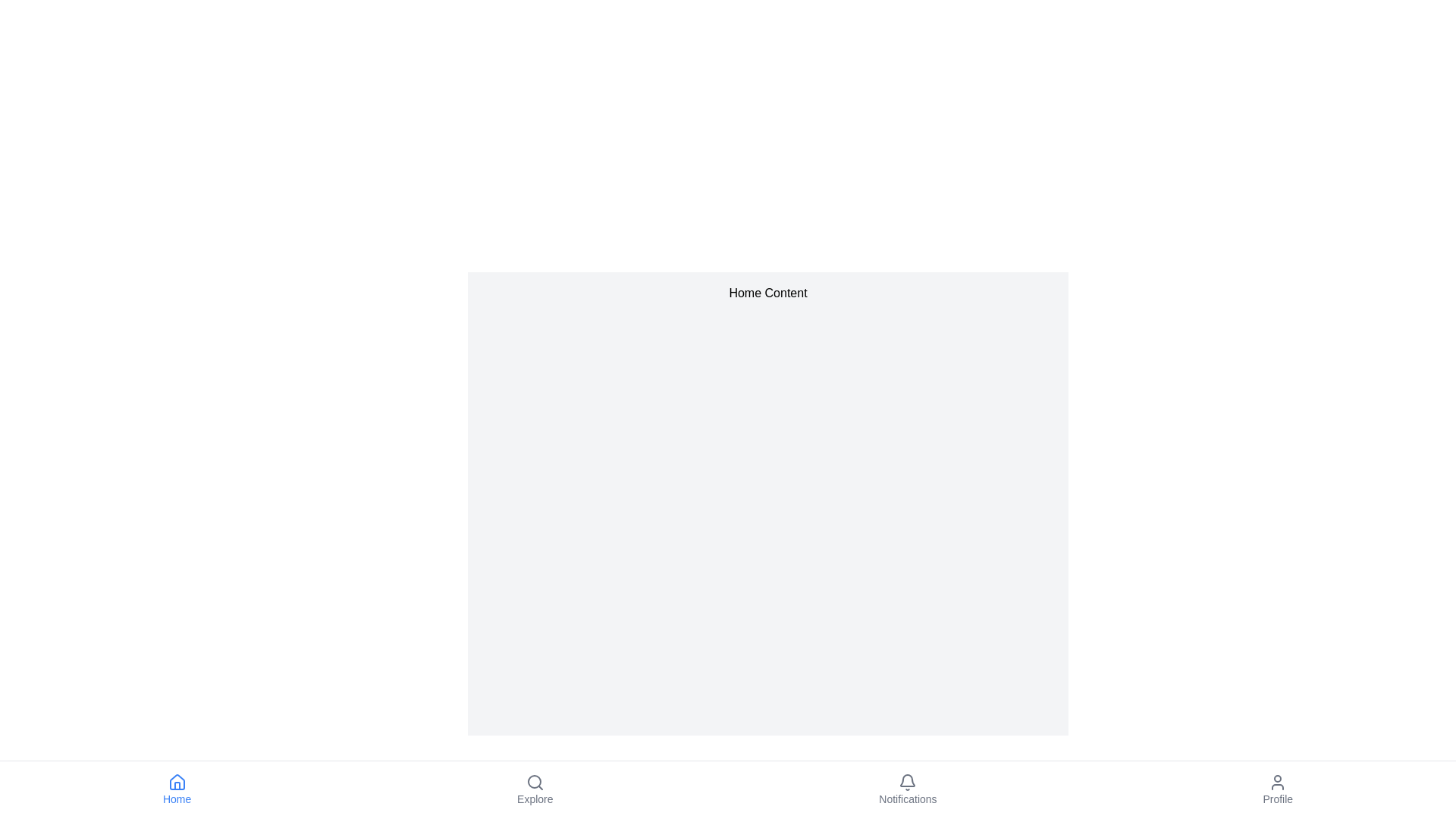  What do you see at coordinates (908, 783) in the screenshot?
I see `the notifications icon located in the bottom navigation bar, in the middle-right section above the label 'Notifications'` at bounding box center [908, 783].